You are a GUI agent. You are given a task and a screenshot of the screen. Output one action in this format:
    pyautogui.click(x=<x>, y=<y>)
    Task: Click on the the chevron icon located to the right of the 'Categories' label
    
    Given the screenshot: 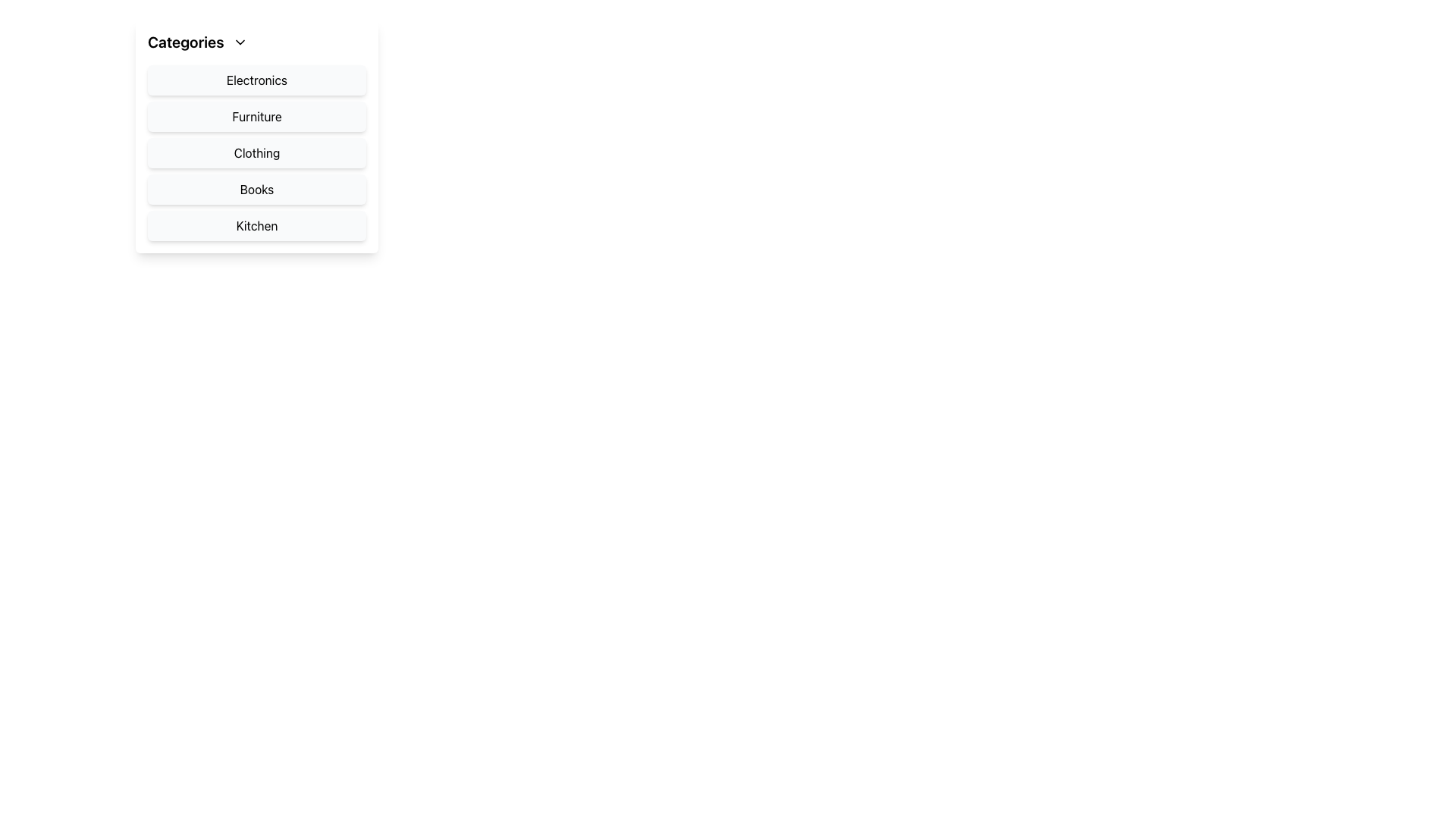 What is the action you would take?
    pyautogui.click(x=240, y=42)
    